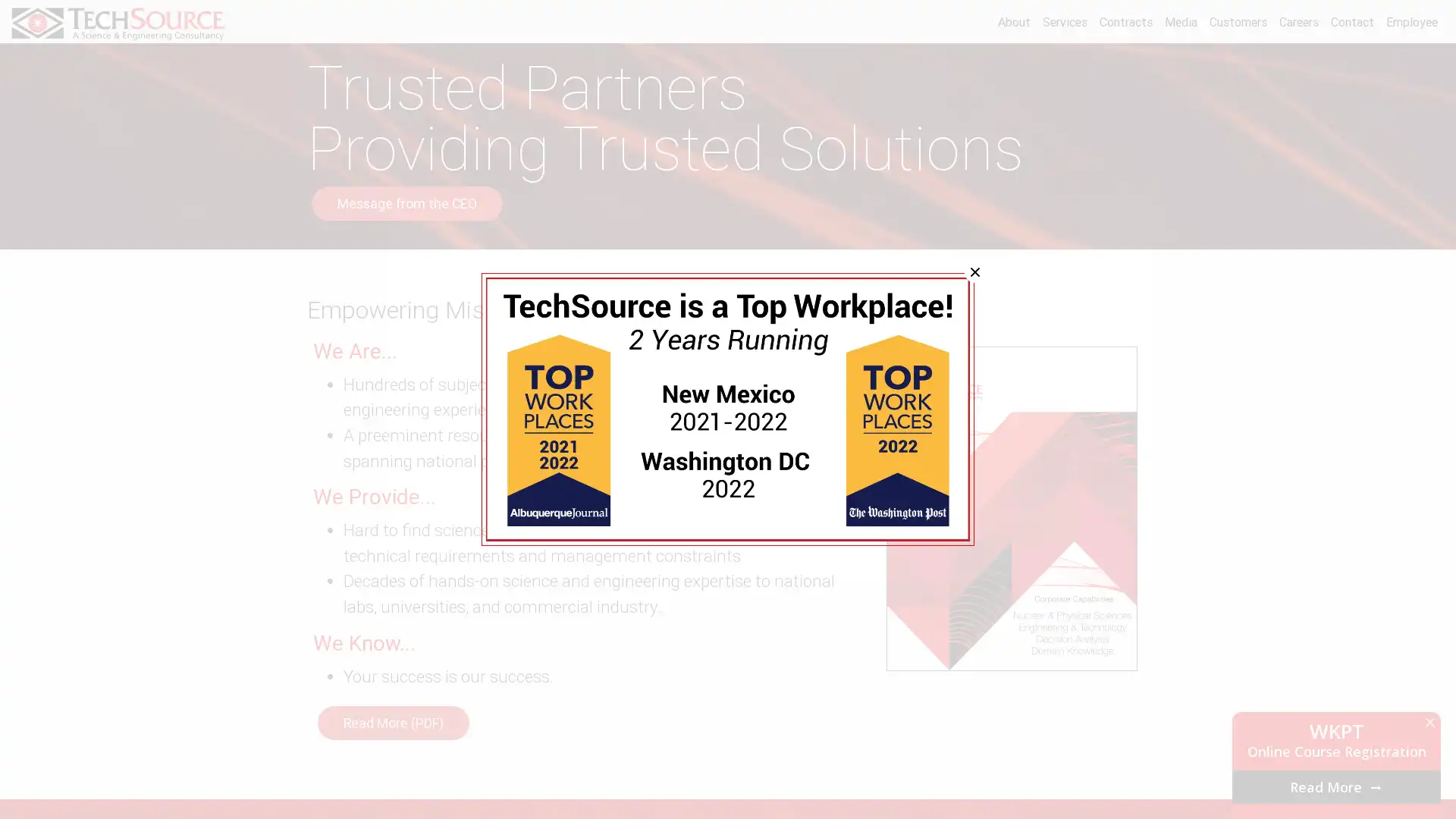 Image resolution: width=1456 pixels, height=819 pixels. I want to click on Message from the CEO, so click(407, 202).